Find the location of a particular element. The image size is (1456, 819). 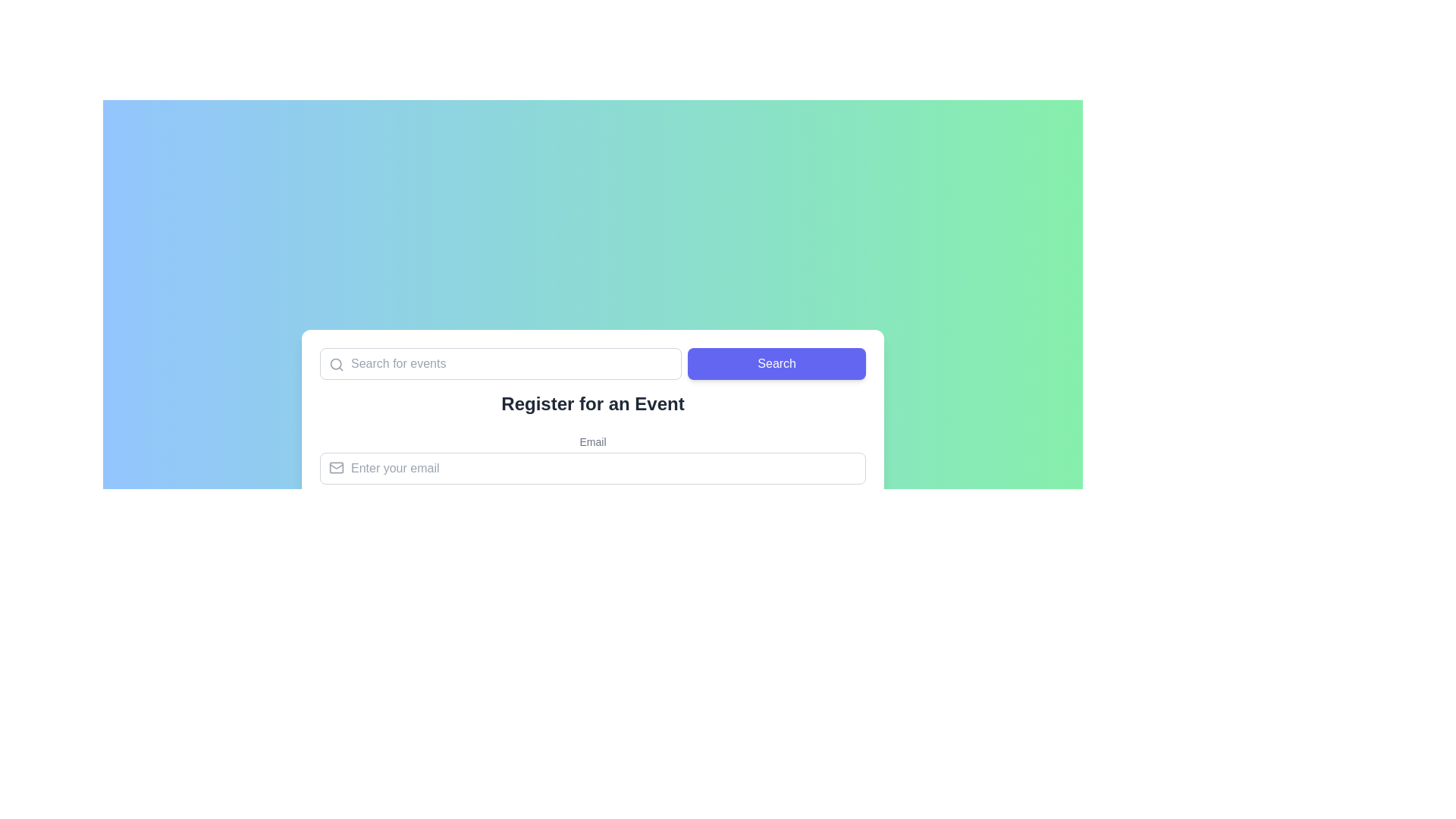

the label displaying 'Email' in a small, gray, sans-serif font, which is positioned above an input field is located at coordinates (592, 441).